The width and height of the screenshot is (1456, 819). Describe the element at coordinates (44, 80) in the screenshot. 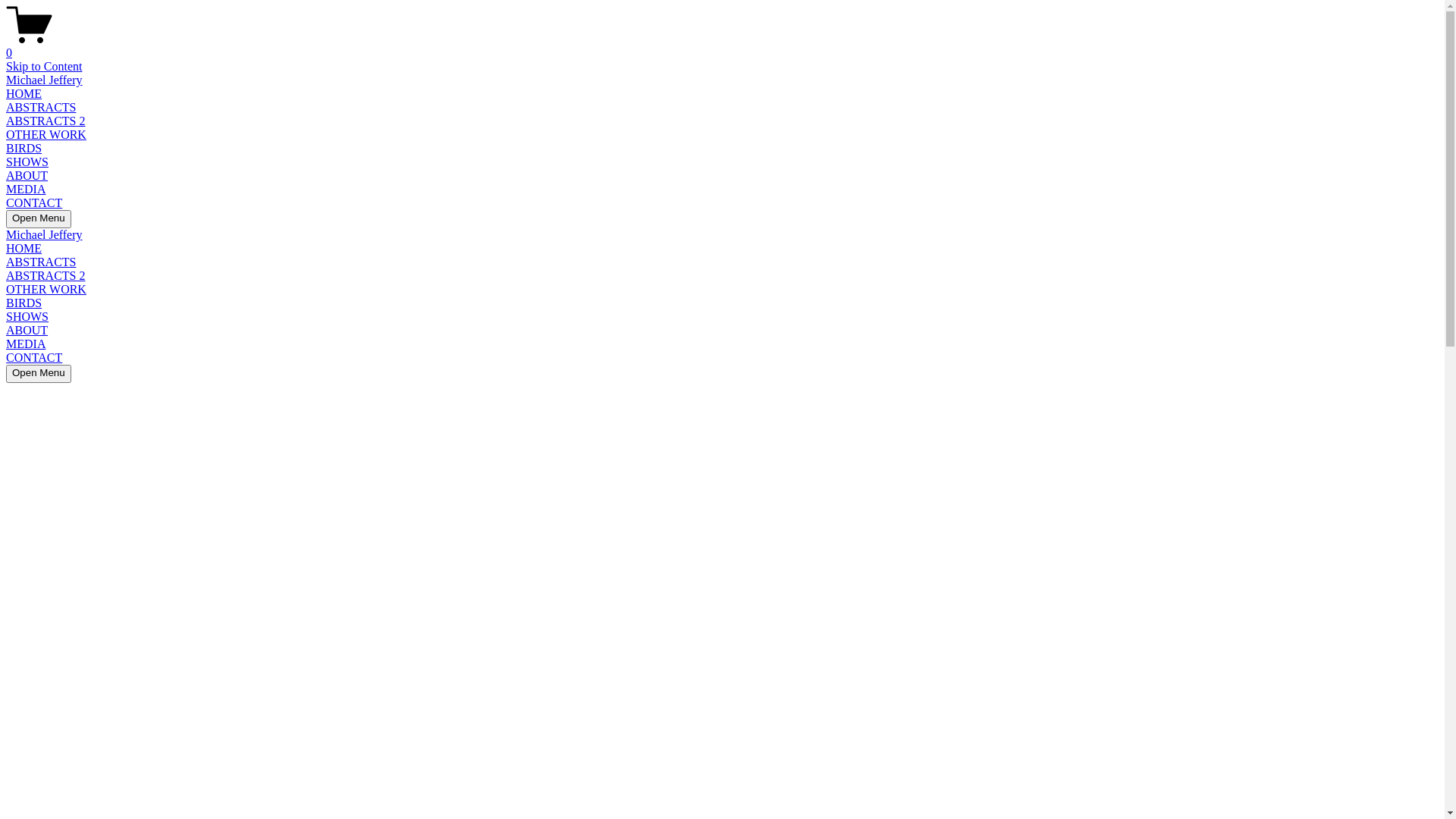

I see `'Michael Jeffery'` at that location.